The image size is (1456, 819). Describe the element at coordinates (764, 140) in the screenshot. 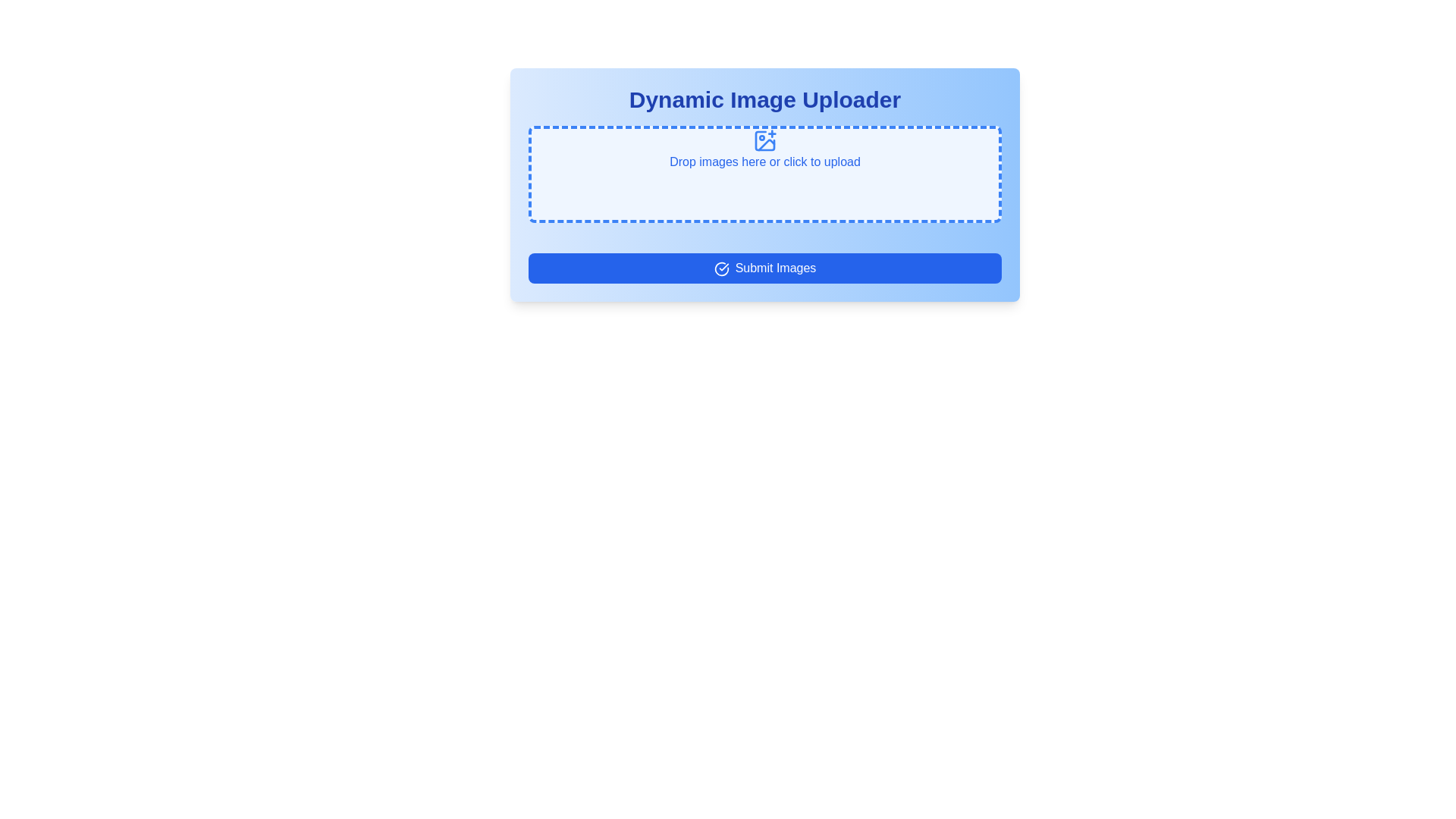

I see `the upload icon located centrally above the 'Drop images here or click to upload' text in the file upload section` at that location.